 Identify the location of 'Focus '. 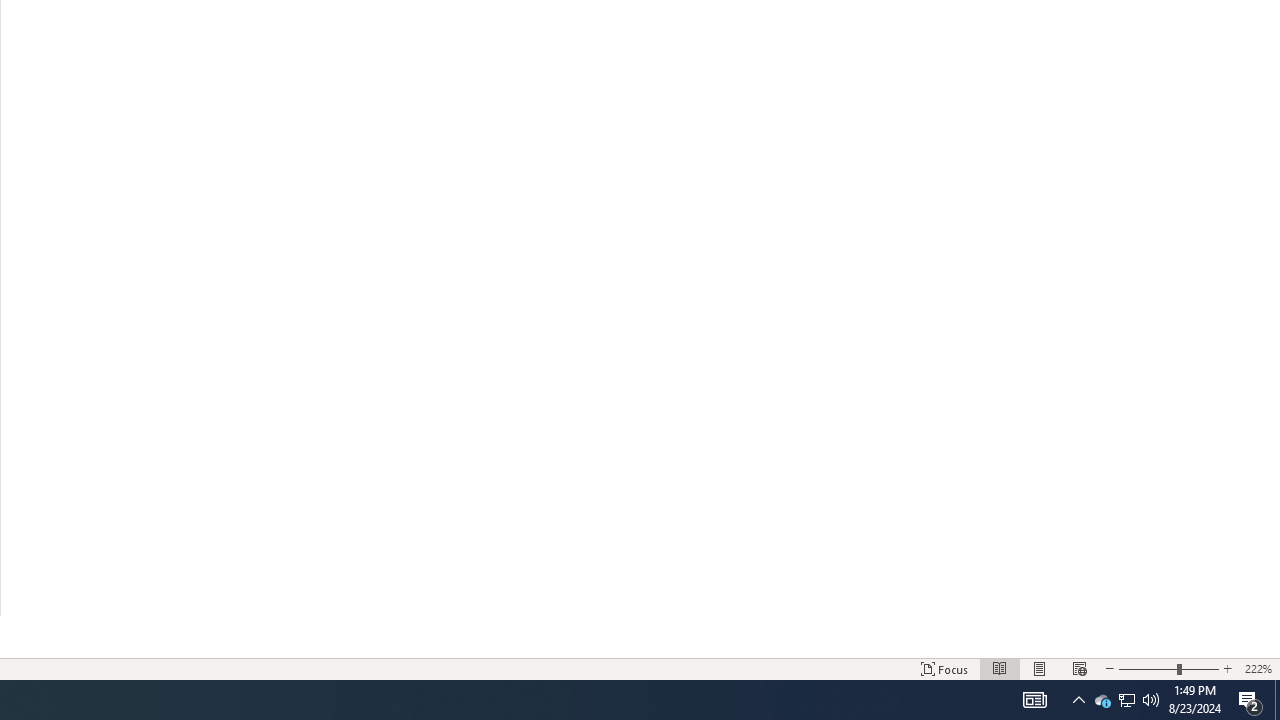
(943, 669).